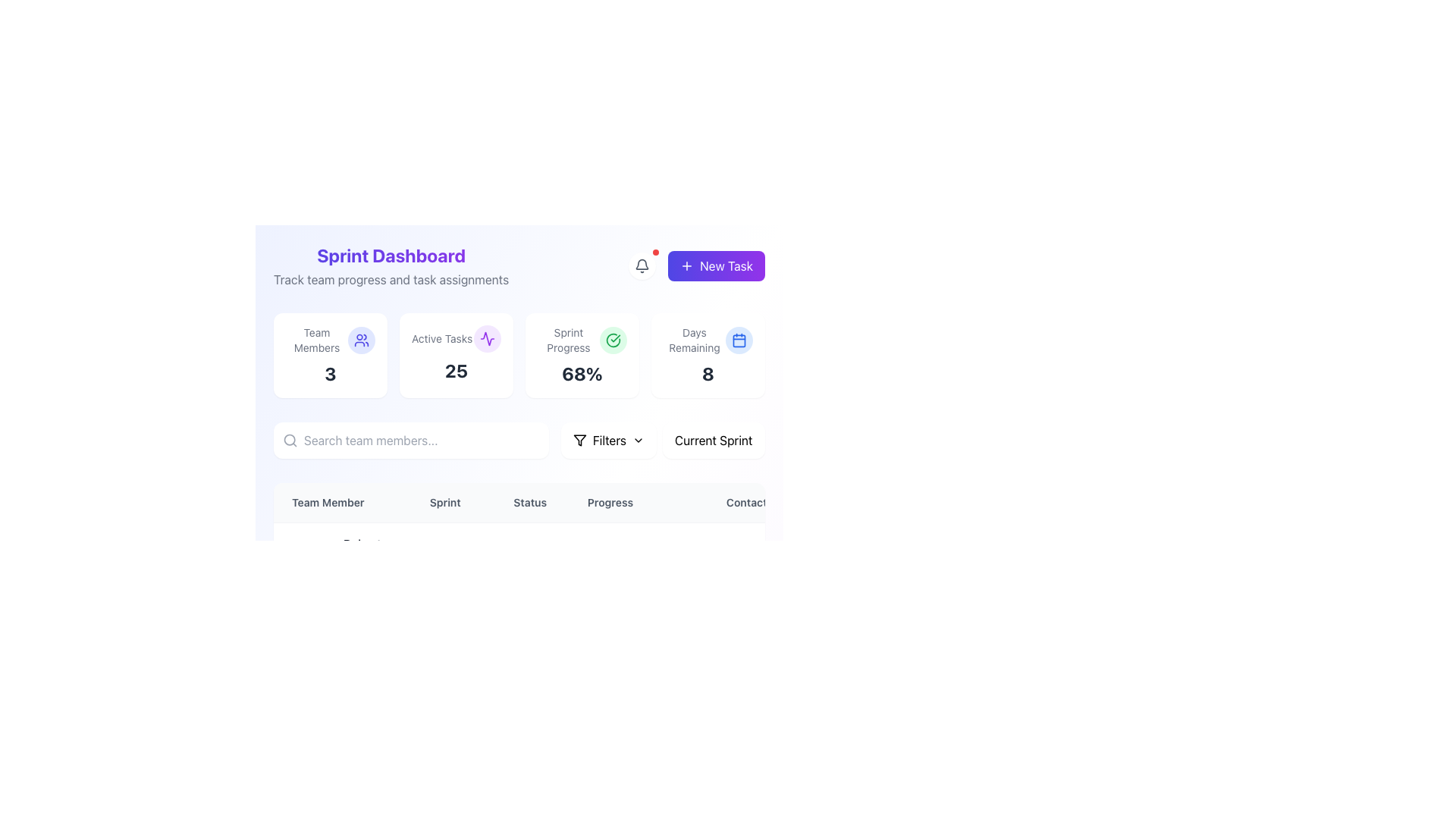 This screenshot has height=819, width=1456. Describe the element at coordinates (582, 356) in the screenshot. I see `the Card component displaying 'Sprint Progress' with the percentage '68%' and a green checkmark icon, which is the third card in a grid layout` at that location.